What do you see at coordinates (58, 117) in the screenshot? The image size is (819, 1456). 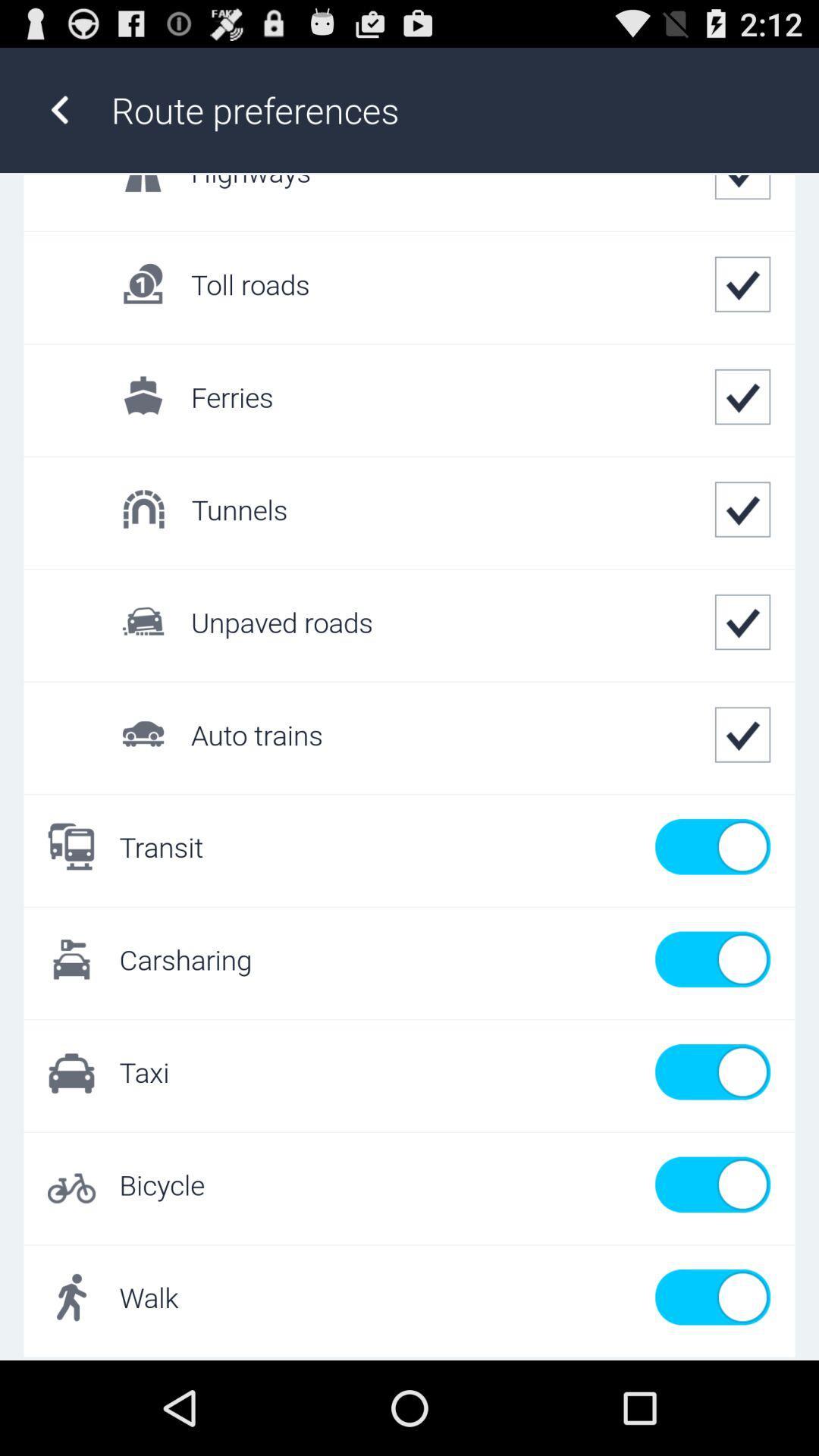 I see `the arrow_backward icon` at bounding box center [58, 117].